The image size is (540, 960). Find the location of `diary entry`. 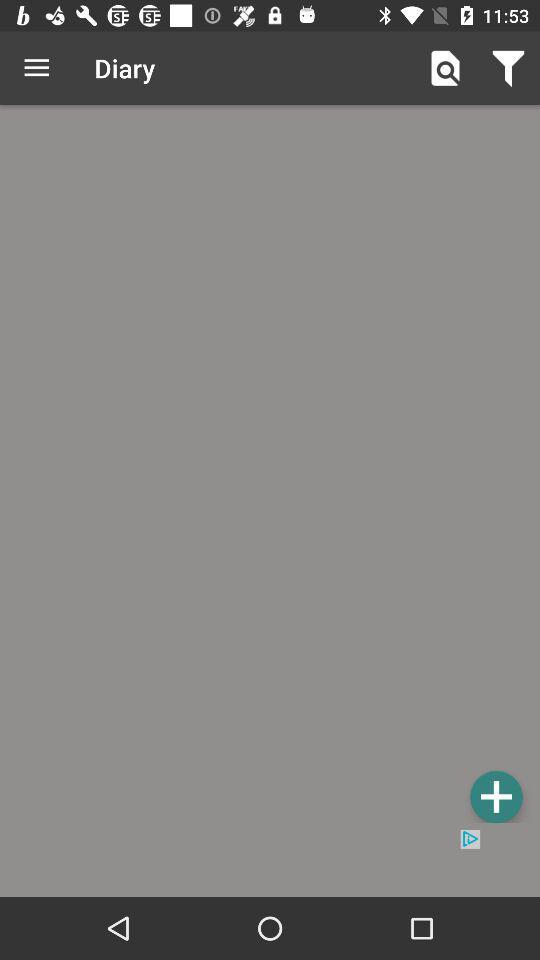

diary entry is located at coordinates (270, 467).